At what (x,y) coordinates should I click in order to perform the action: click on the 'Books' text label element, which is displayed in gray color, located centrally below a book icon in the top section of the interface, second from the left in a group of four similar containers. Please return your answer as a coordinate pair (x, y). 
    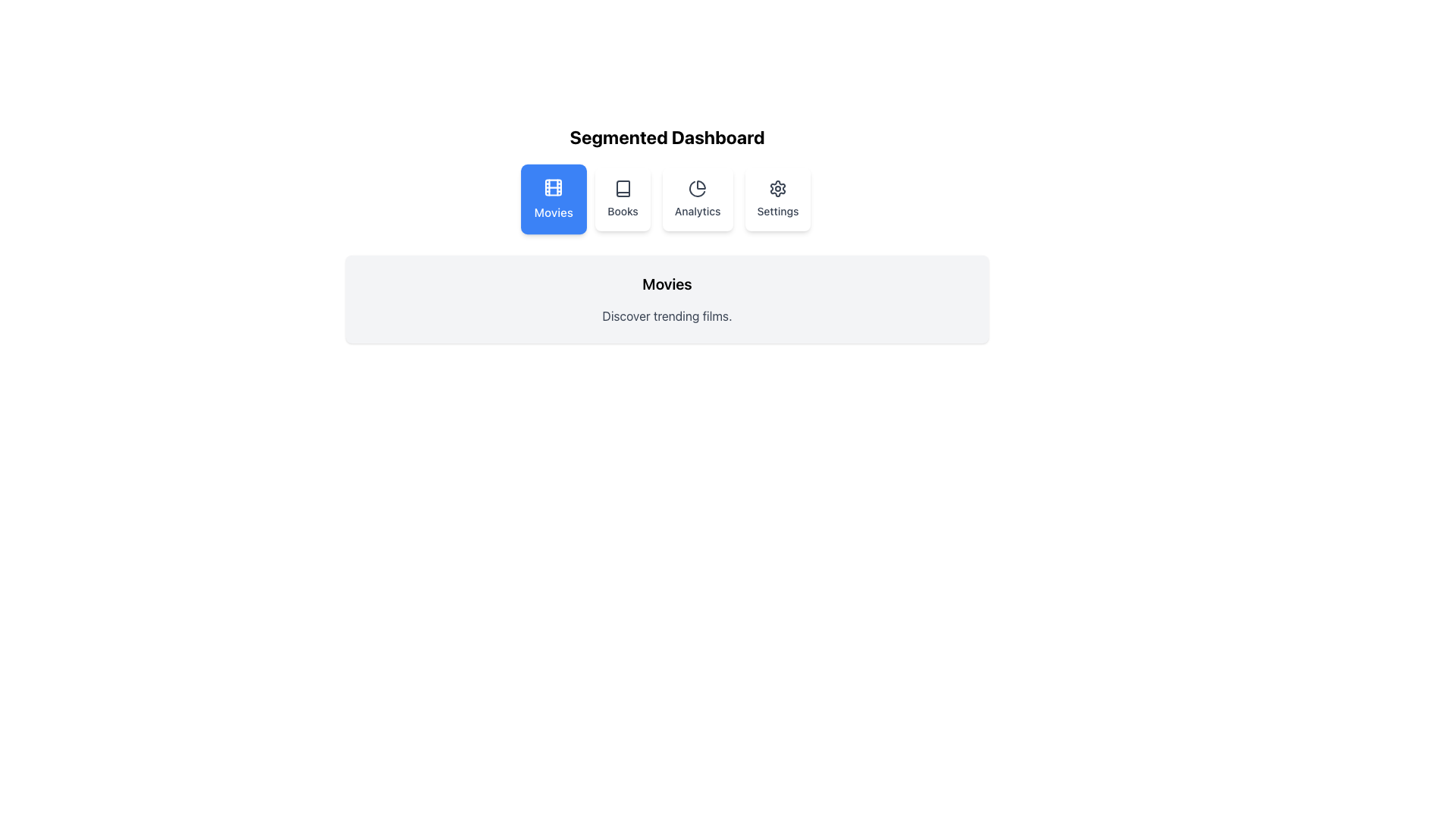
    Looking at the image, I should click on (623, 211).